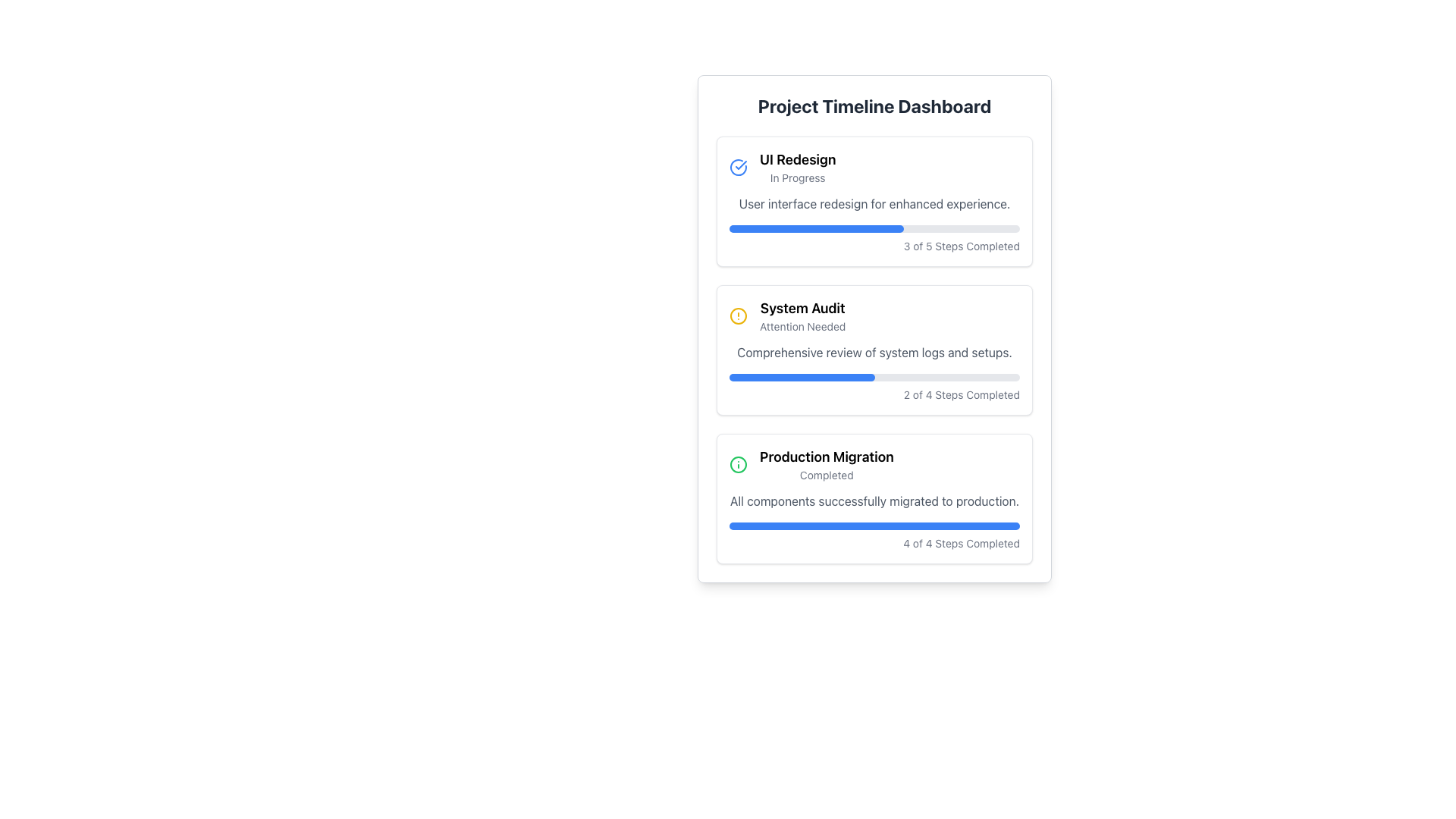 This screenshot has width=1456, height=819. Describe the element at coordinates (802, 315) in the screenshot. I see `'System Audit' title and 'Attention Needed' subtitle from the second title and subtitle pair in the vertical list of task cards on the Project Timeline Dashboard` at that location.